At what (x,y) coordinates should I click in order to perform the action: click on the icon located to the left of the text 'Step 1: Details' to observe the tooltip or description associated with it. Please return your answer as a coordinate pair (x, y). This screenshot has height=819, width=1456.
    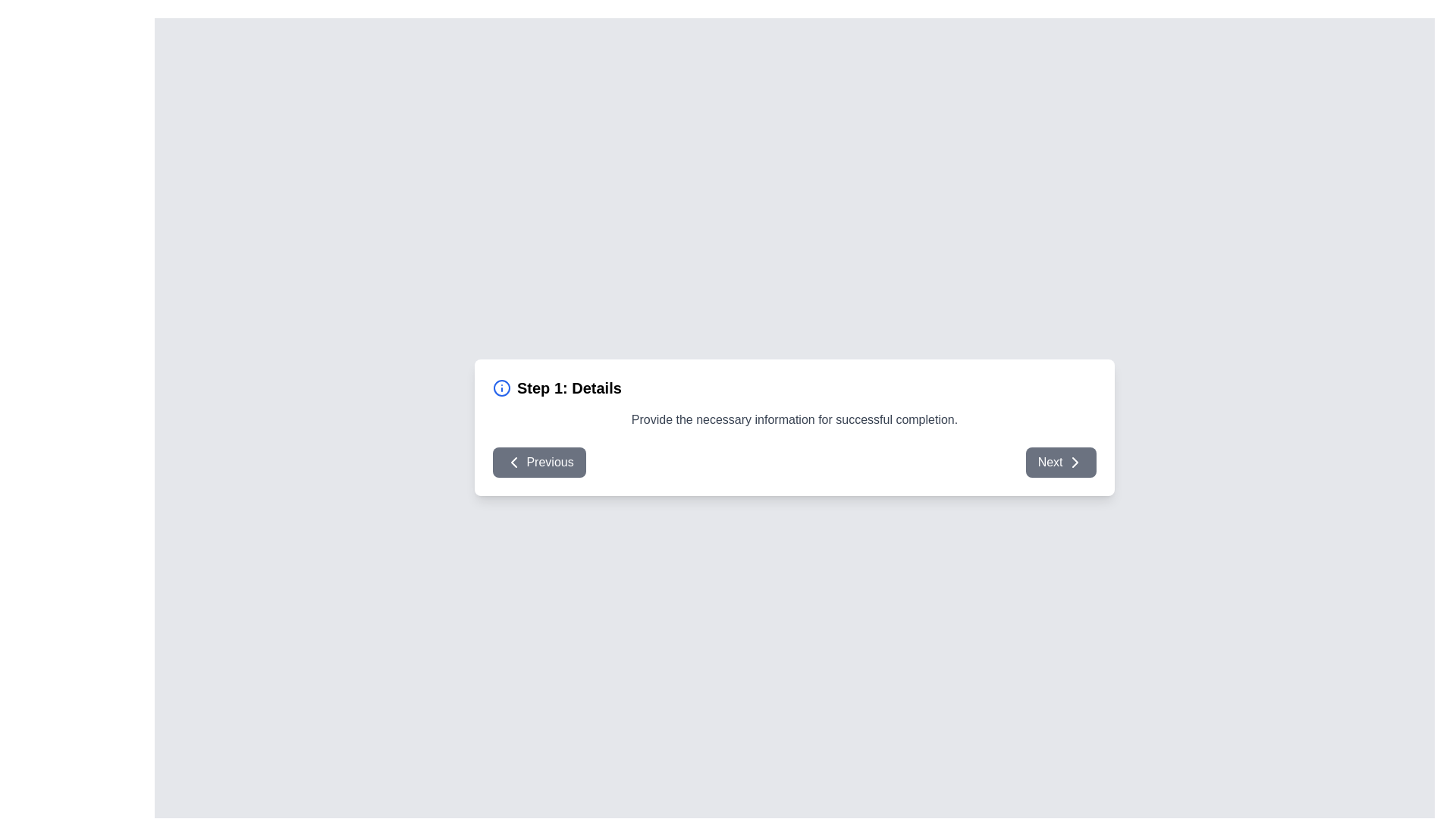
    Looking at the image, I should click on (502, 386).